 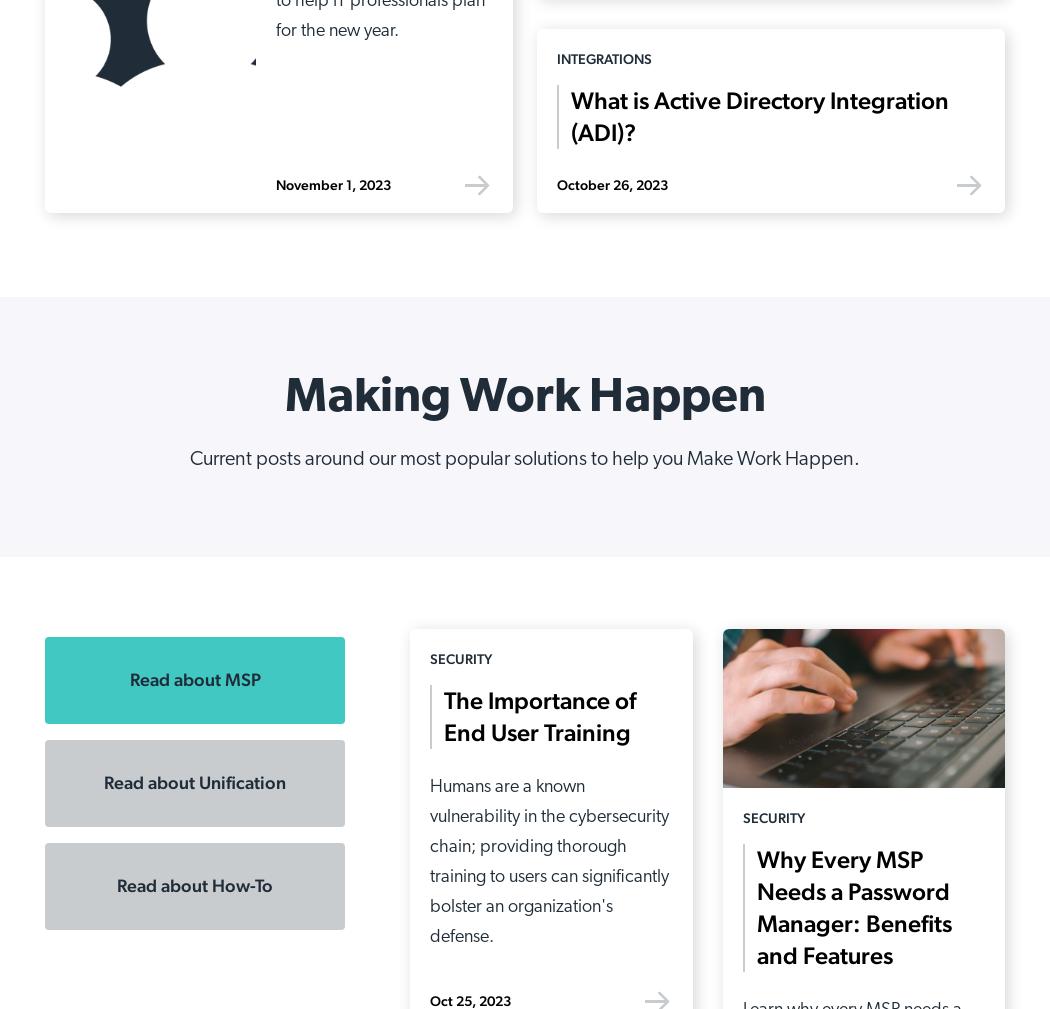 I want to click on 'Multi-Factor Authentication', so click(x=352, y=555).